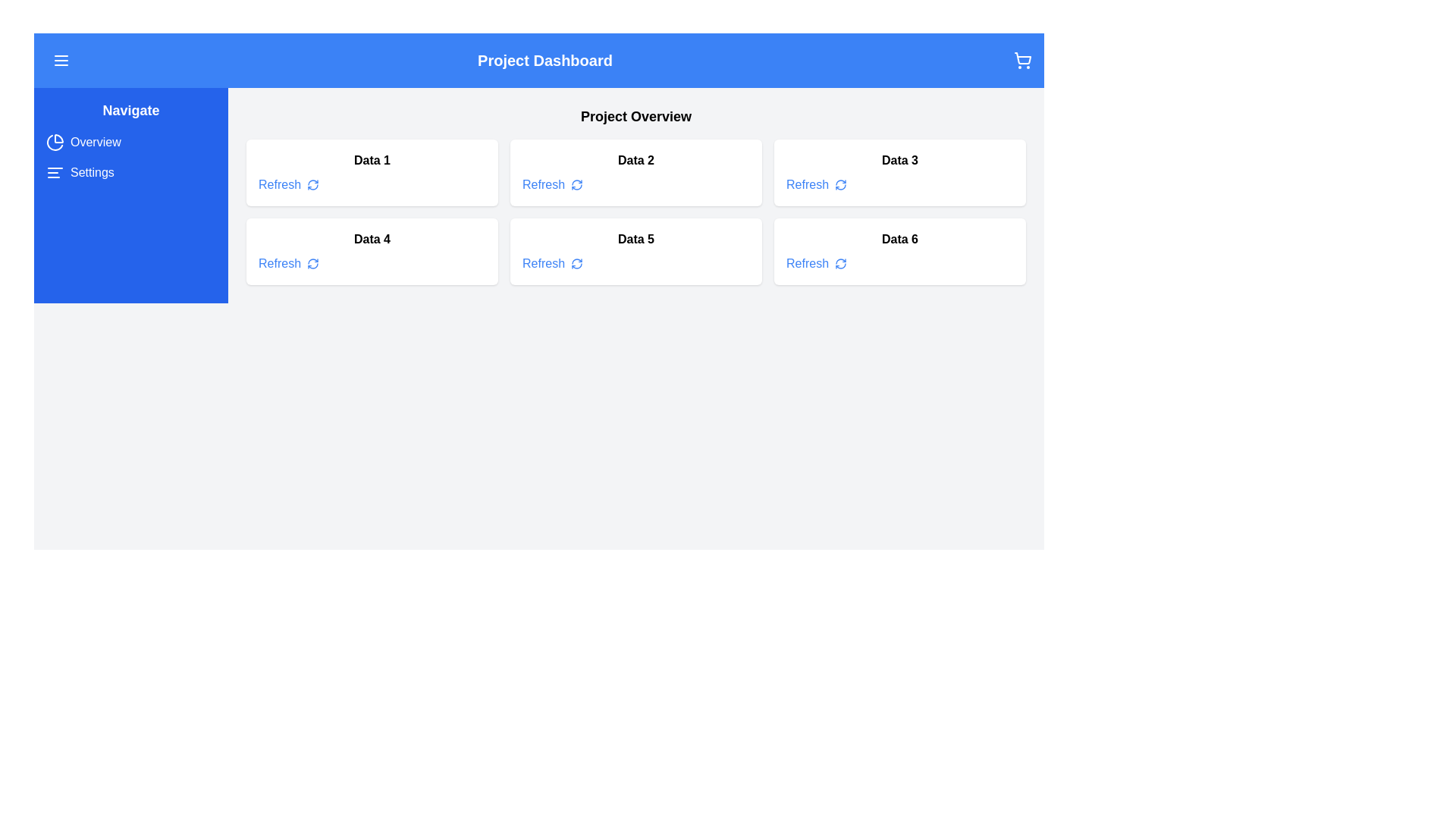  What do you see at coordinates (815, 262) in the screenshot?
I see `the 'Refresh' button, which is styled with blue text and a refresh icon, located below the 'Data 6' title in the sixth data item section` at bounding box center [815, 262].